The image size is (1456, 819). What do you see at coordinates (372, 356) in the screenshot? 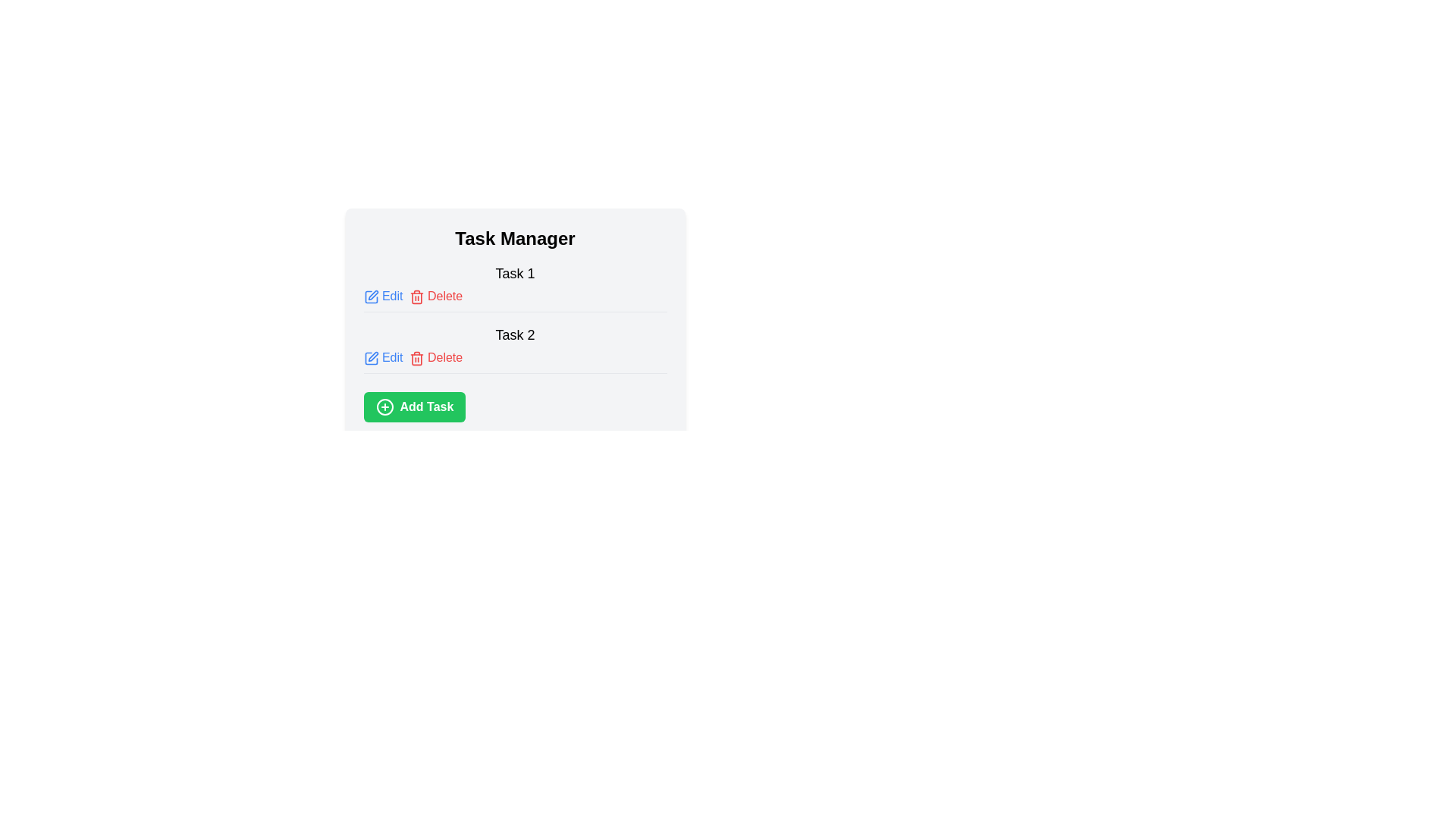
I see `the editing icon button located in the editing section of Task 2` at bounding box center [372, 356].